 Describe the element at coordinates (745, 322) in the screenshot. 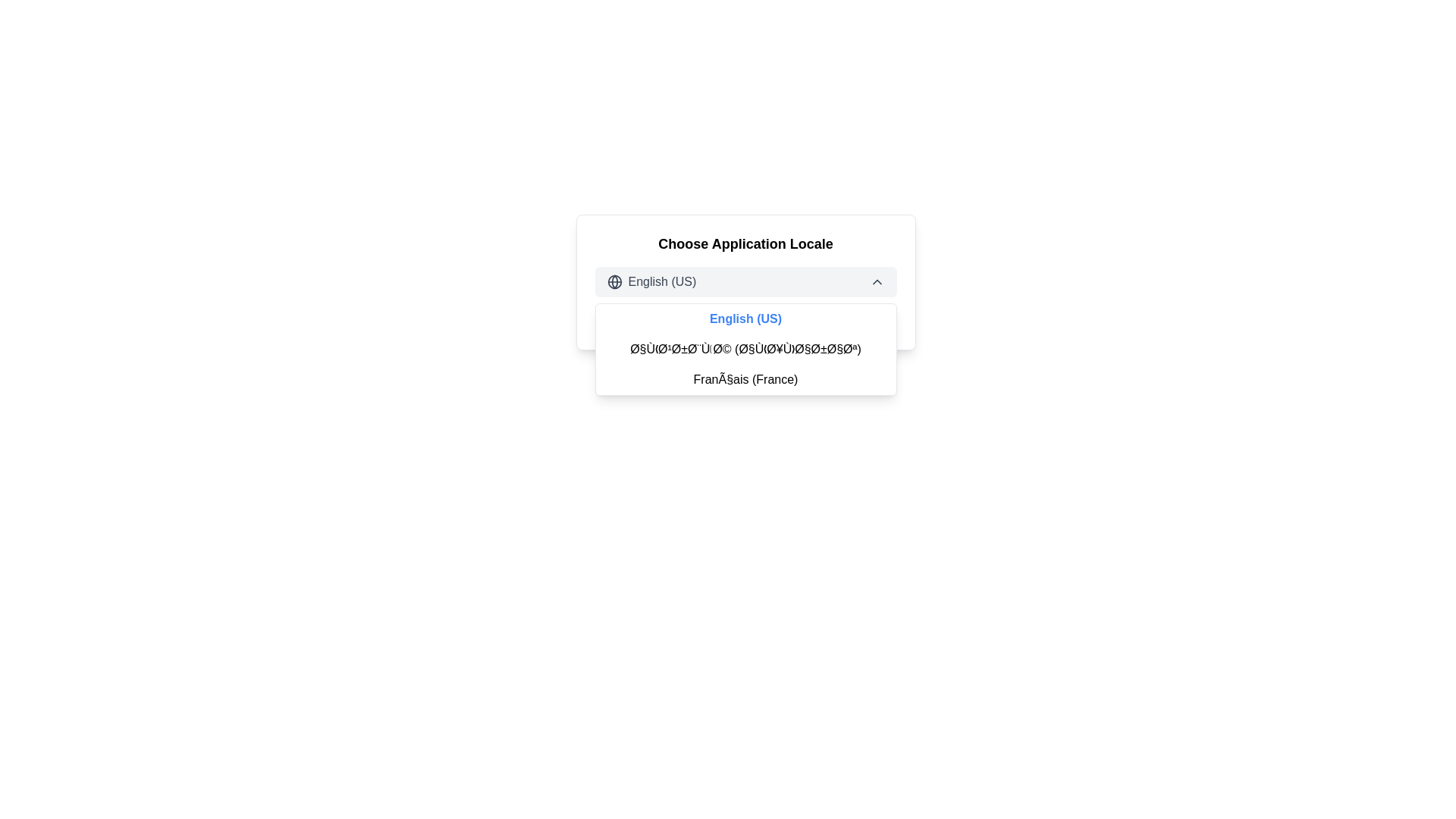

I see `the informational text that provides feedback about the currently selected locale, located at the bottom of the locale selection card` at that location.